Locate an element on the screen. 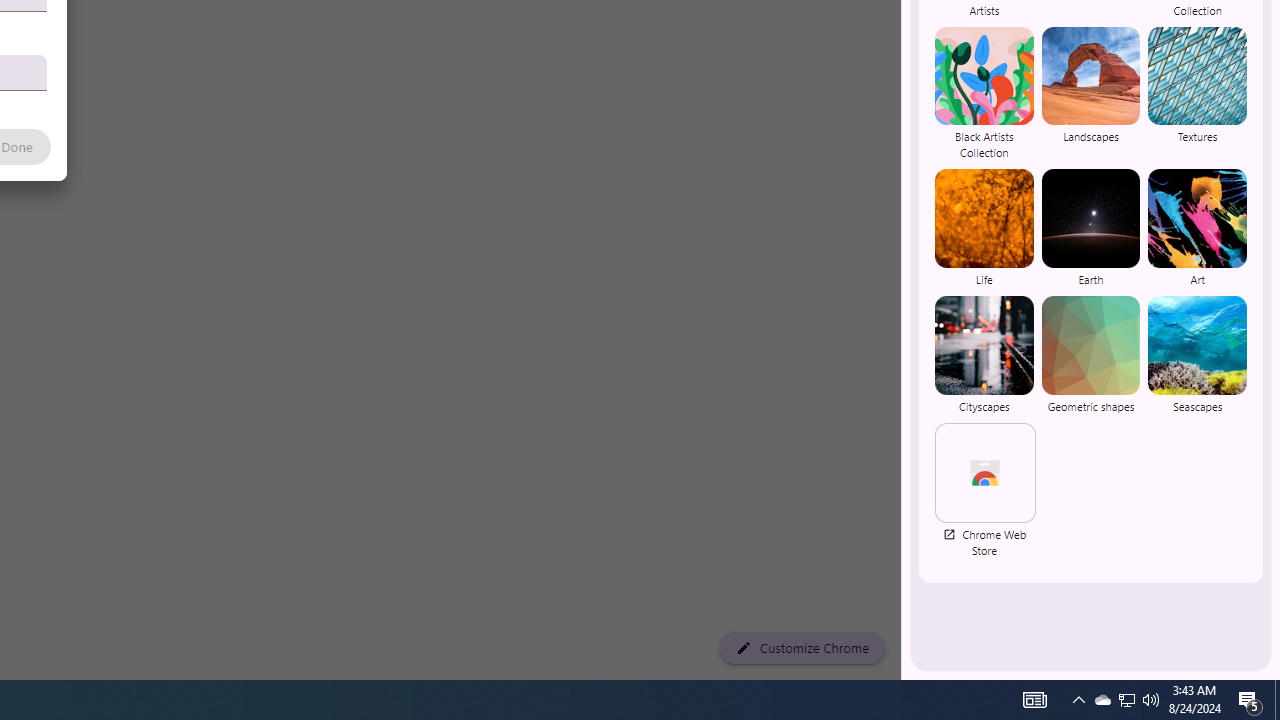  'Cityscapes' is located at coordinates (984, 353).